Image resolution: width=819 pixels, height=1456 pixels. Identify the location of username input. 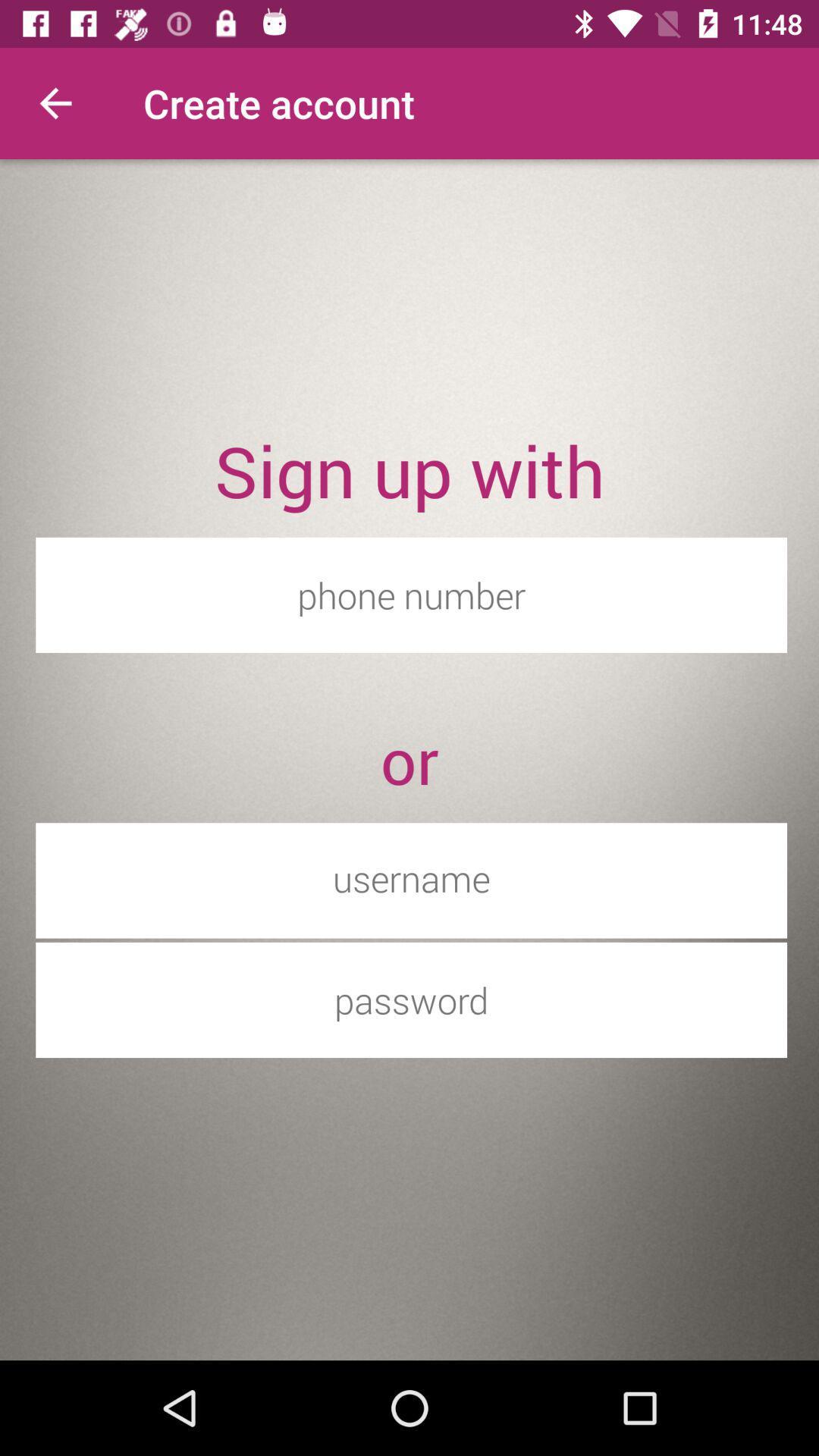
(411, 878).